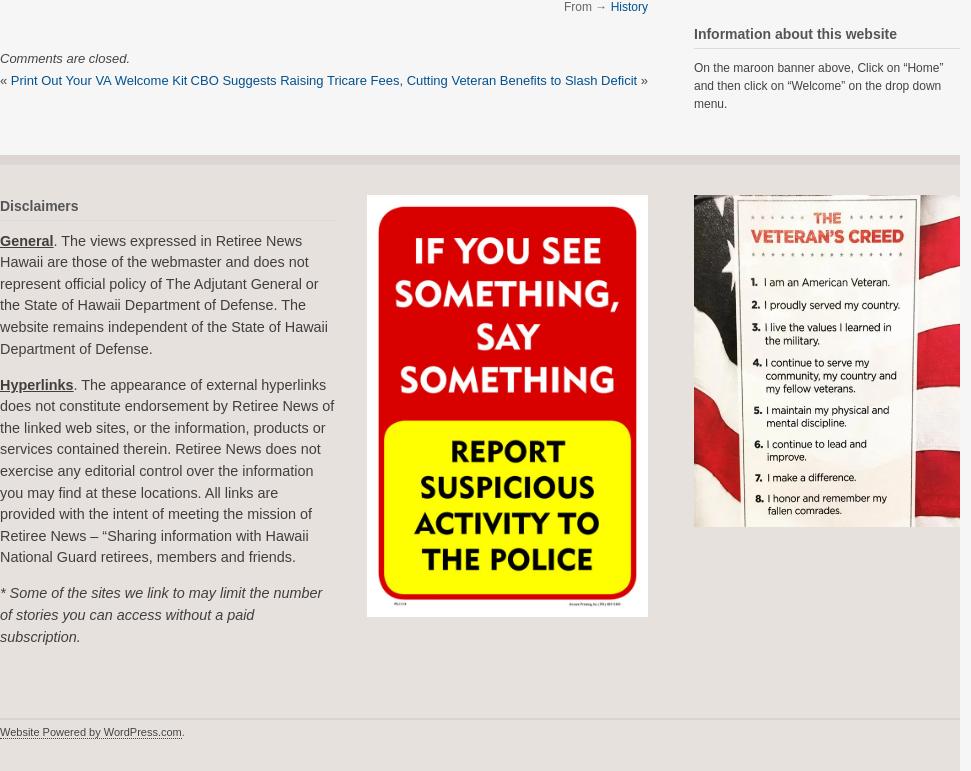 The height and width of the screenshot is (771, 971). I want to click on '. The views expressed in Retiree News Hawaii are those of the webmaster and does not represent official policy of The Adjutant General or the State of Hawaii Department of Defense. The website remains independent of the State of Hawaii Department of Defense.', so click(162, 292).